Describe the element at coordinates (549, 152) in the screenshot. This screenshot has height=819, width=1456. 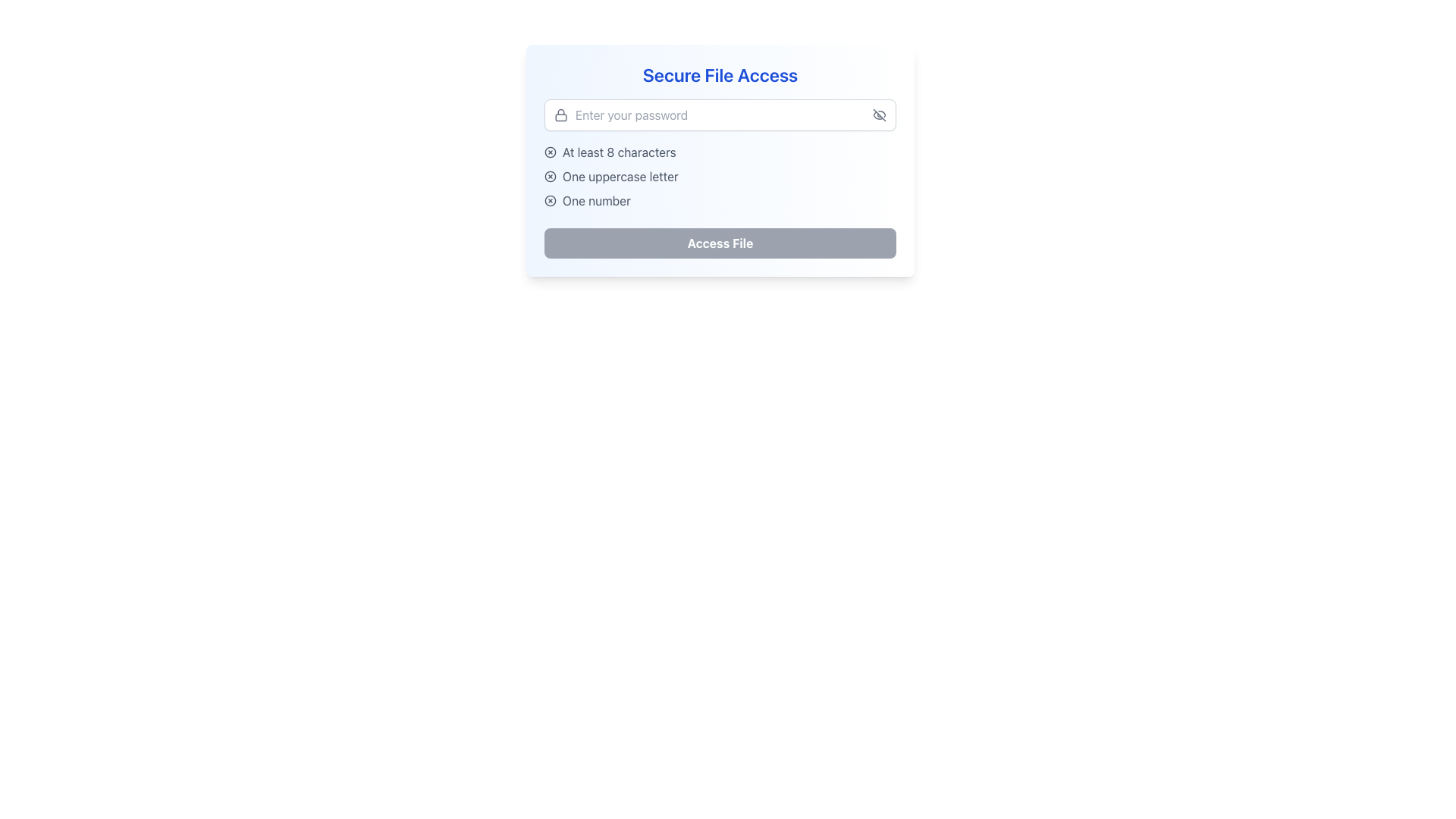
I see `the validation icon indicating the 'At least 8 characters' criterion, which currently shows an 'X' symbol to indicate the condition is unmet` at that location.